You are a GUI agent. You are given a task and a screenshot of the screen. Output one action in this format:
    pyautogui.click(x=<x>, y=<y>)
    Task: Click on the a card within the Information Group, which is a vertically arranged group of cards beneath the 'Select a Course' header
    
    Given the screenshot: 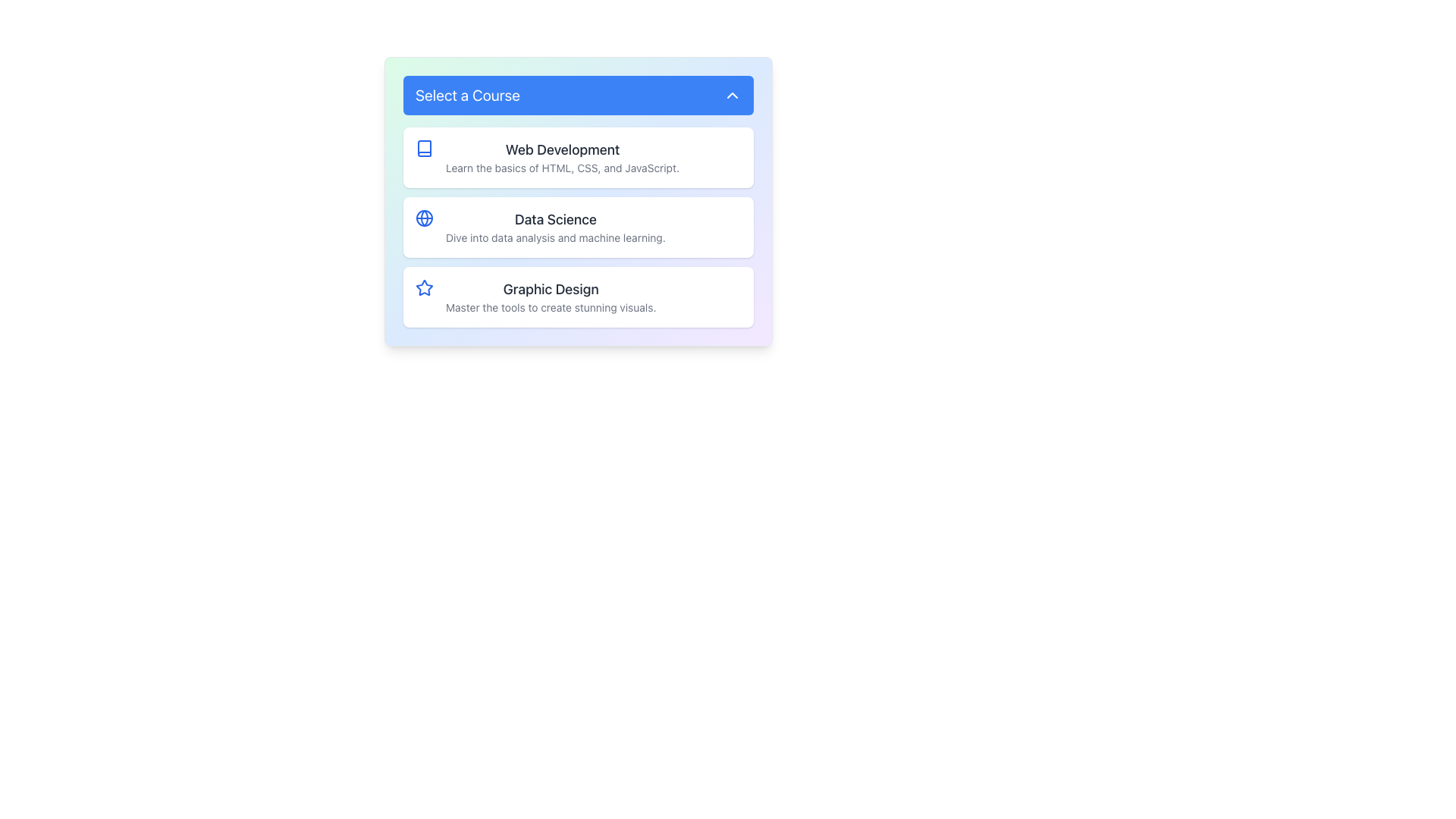 What is the action you would take?
    pyautogui.click(x=578, y=227)
    